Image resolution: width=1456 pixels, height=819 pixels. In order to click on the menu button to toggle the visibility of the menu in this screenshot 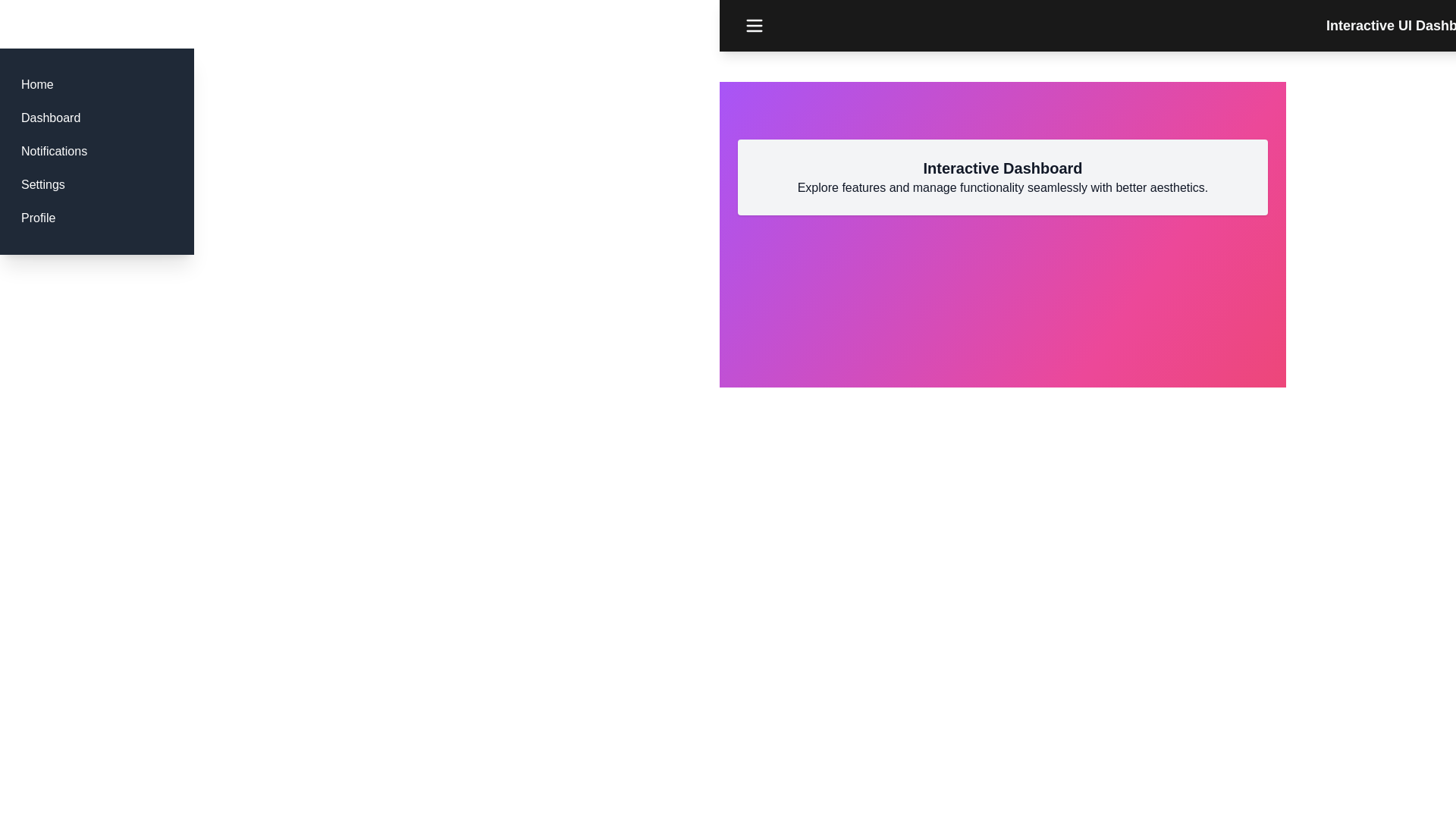, I will do `click(754, 26)`.